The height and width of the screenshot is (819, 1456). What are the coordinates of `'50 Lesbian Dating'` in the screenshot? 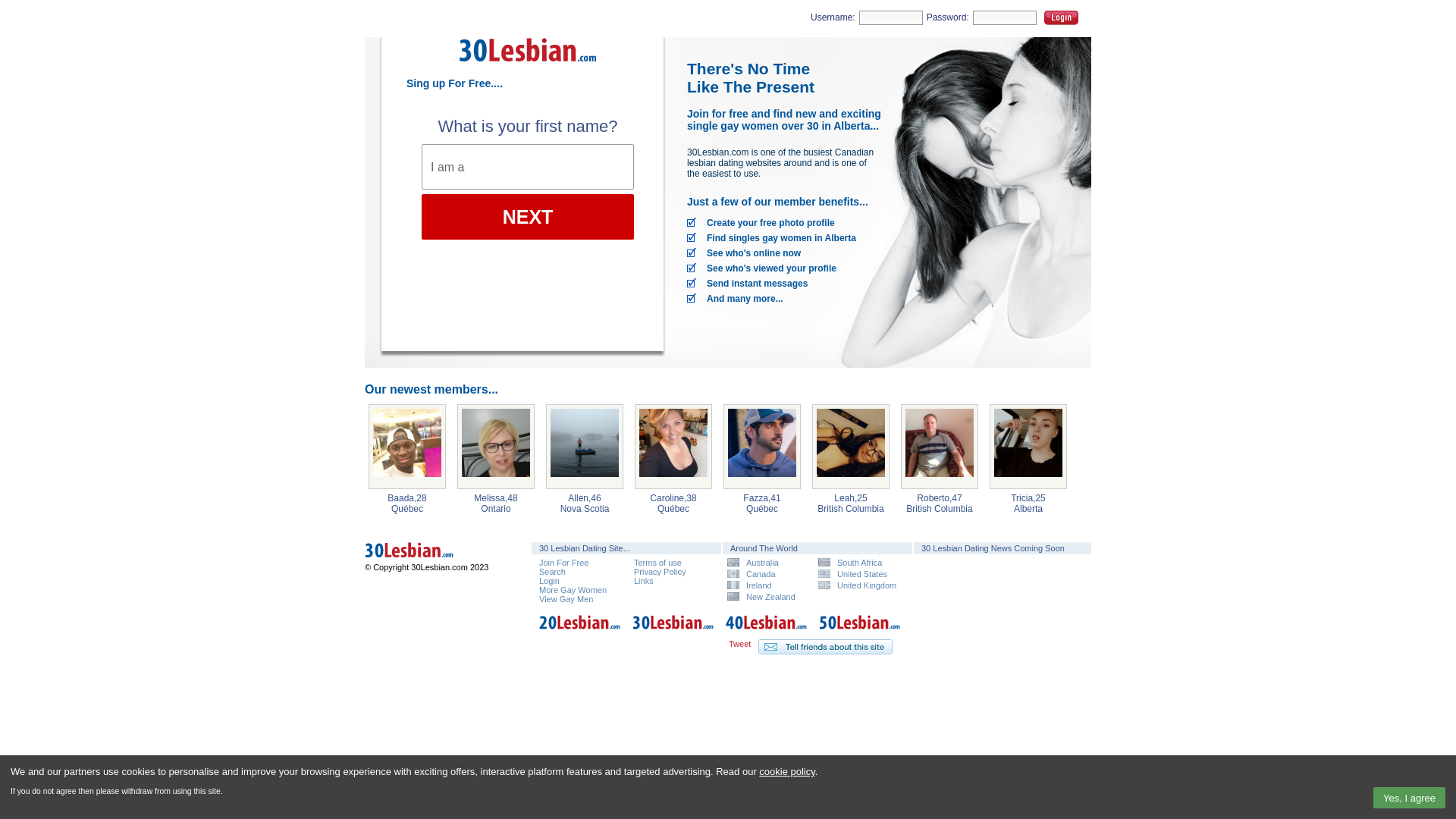 It's located at (859, 631).